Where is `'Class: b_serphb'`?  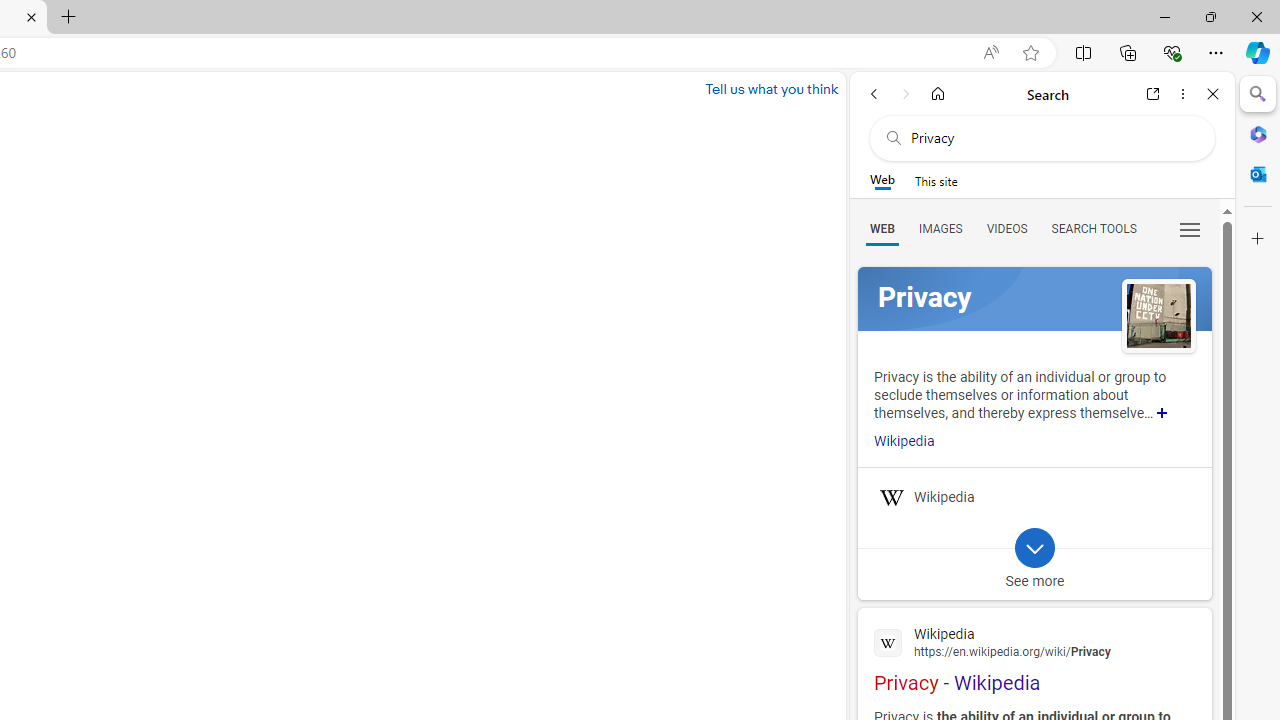 'Class: b_serphb' is located at coordinates (1190, 229).